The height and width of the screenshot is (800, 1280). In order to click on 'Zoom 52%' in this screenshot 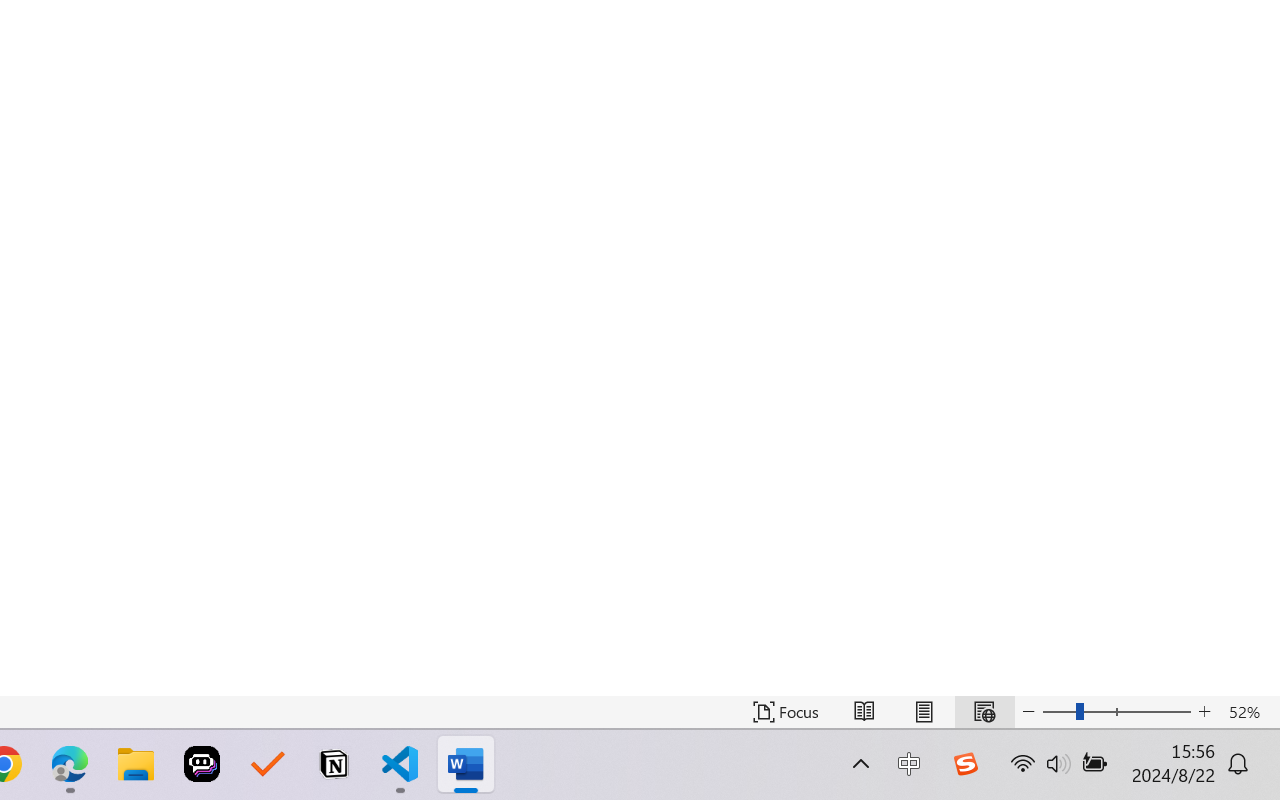, I will do `click(1248, 711)`.